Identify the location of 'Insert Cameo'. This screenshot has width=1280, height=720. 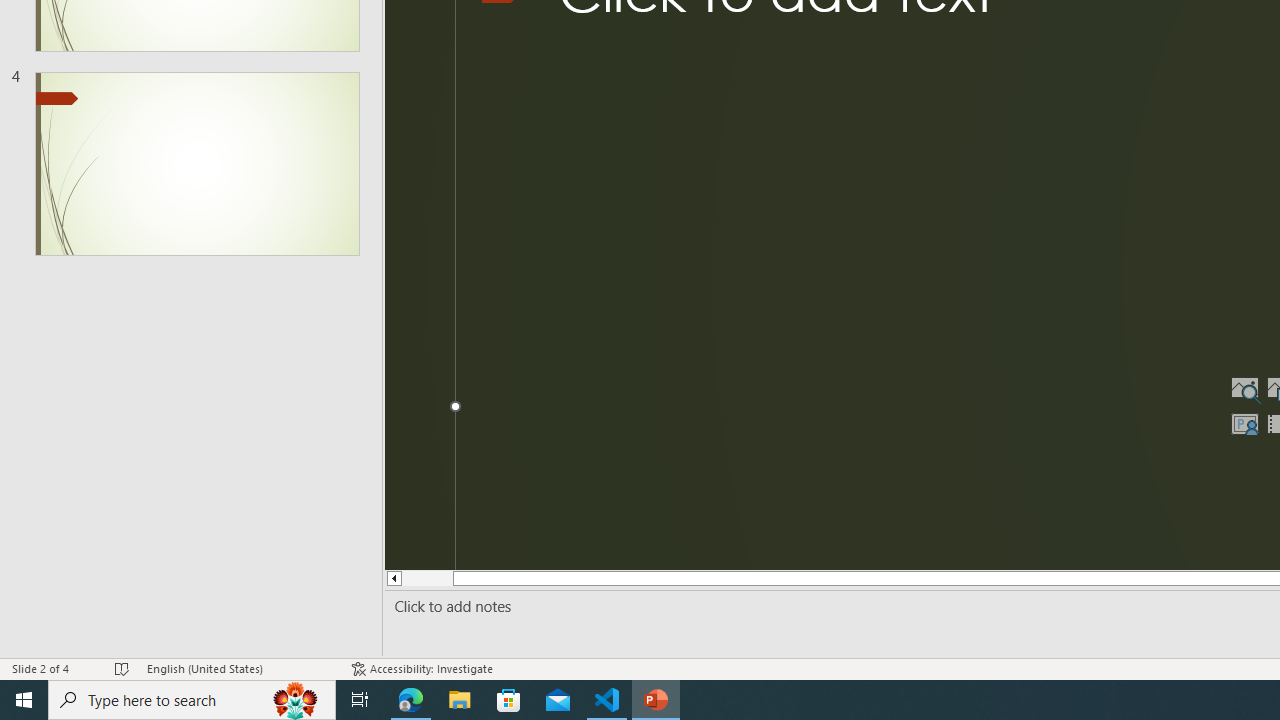
(1243, 423).